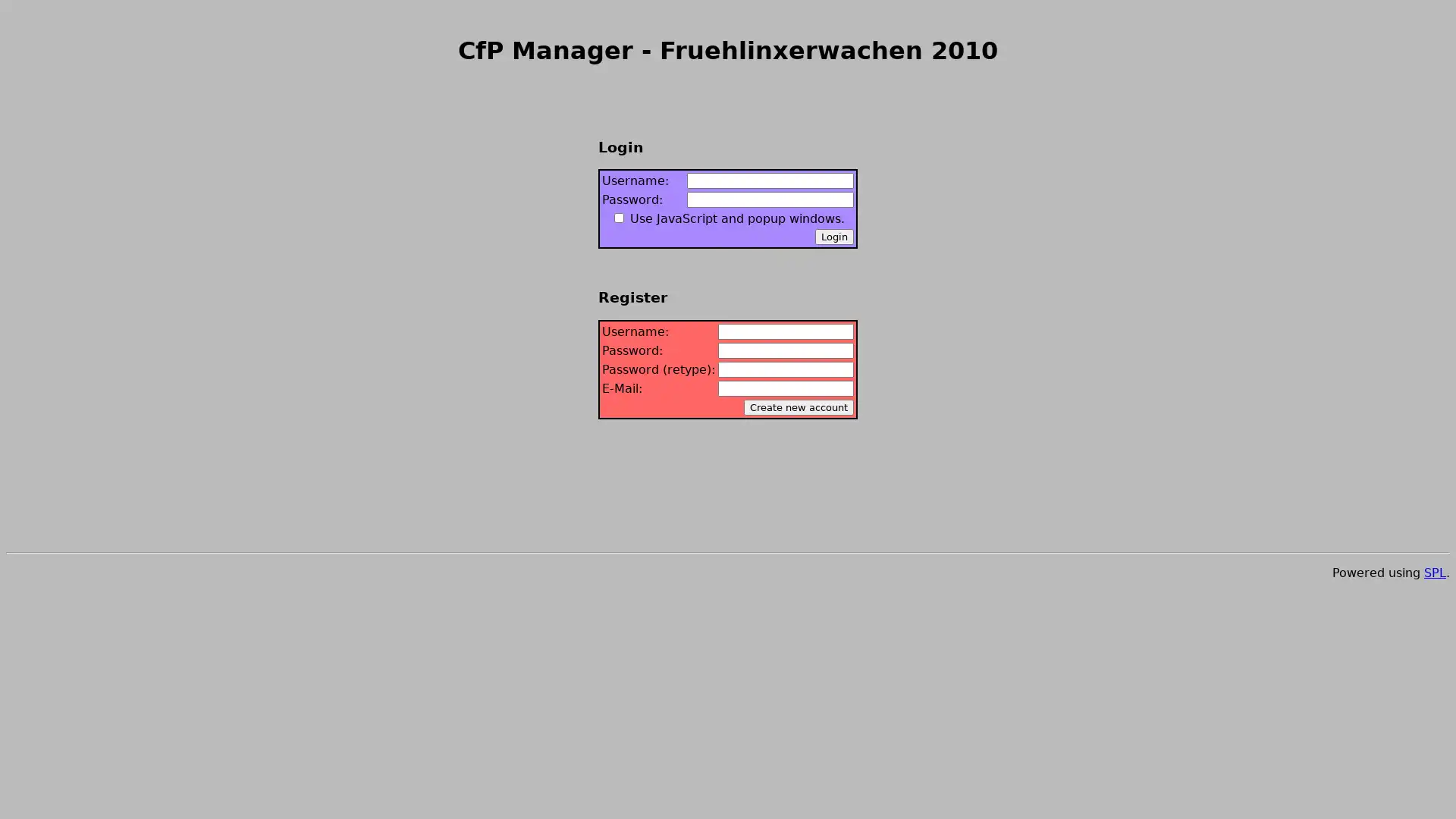 The height and width of the screenshot is (819, 1456). What do you see at coordinates (833, 237) in the screenshot?
I see `Login` at bounding box center [833, 237].